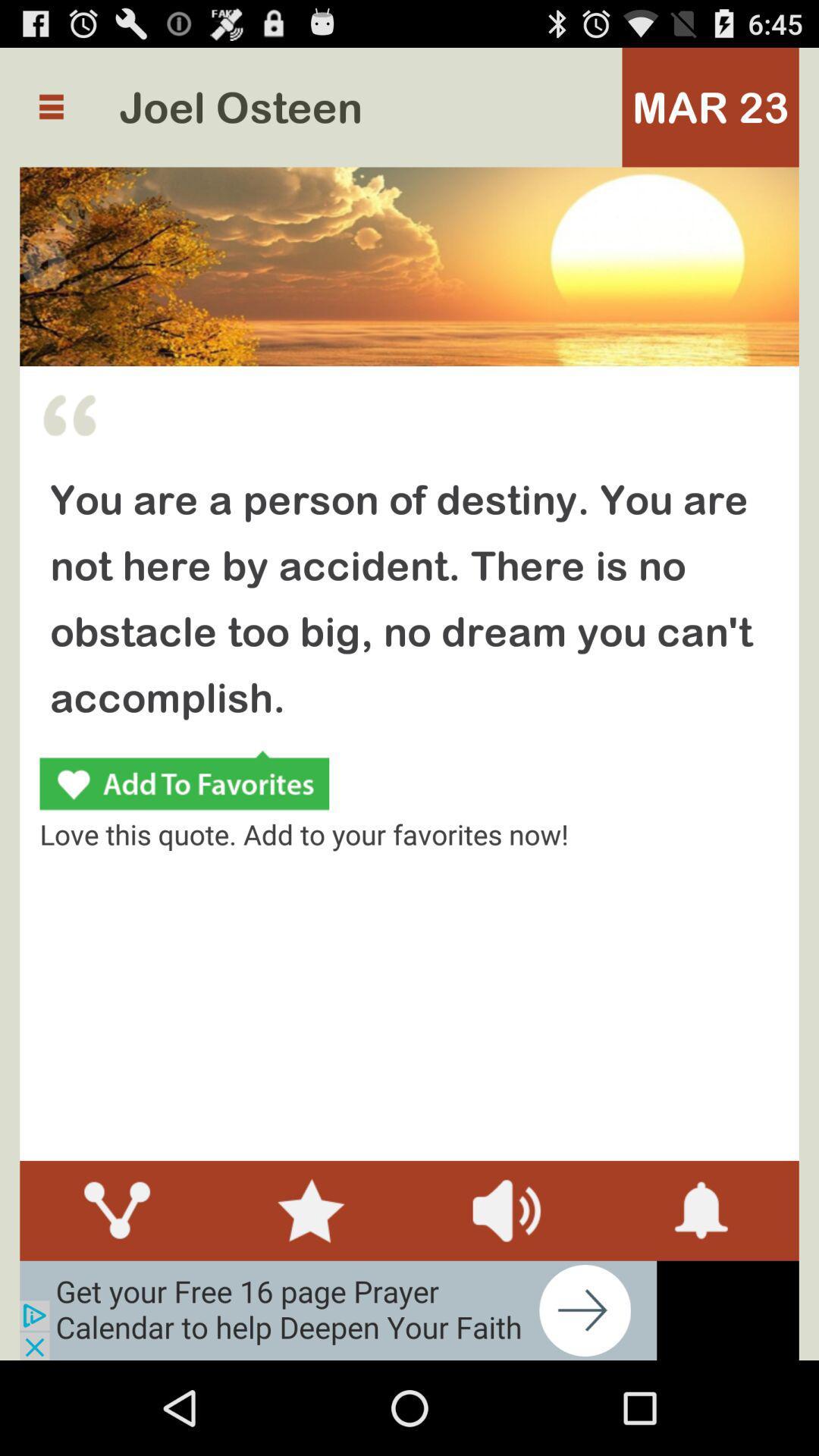  Describe the element at coordinates (50, 114) in the screenshot. I see `the menu icon` at that location.